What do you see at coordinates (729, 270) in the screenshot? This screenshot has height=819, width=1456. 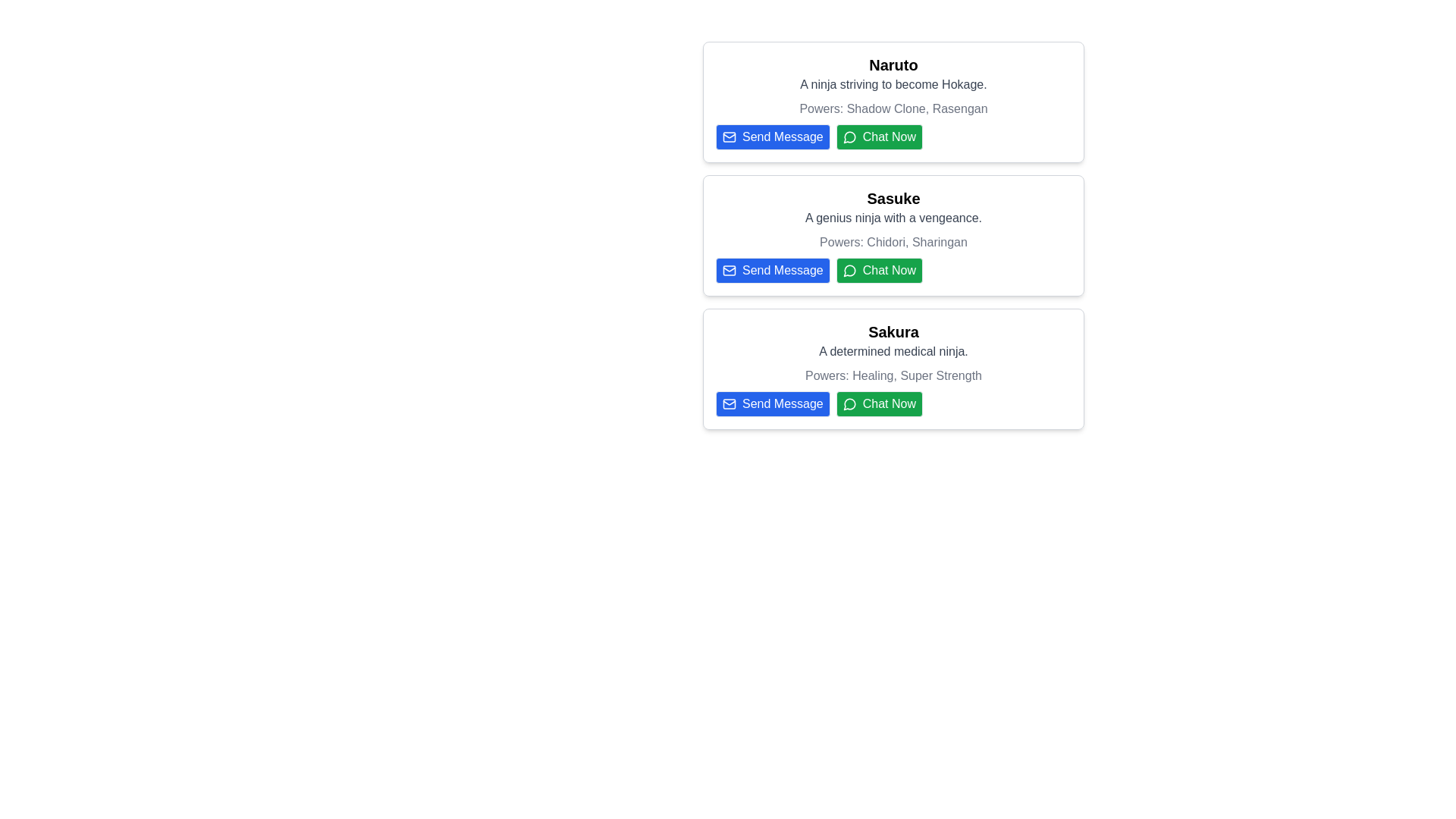 I see `the decorative icon for the 'Send Message' button, which is located at the far-left side of the button, visually reinforcing the concept of communication` at bounding box center [729, 270].